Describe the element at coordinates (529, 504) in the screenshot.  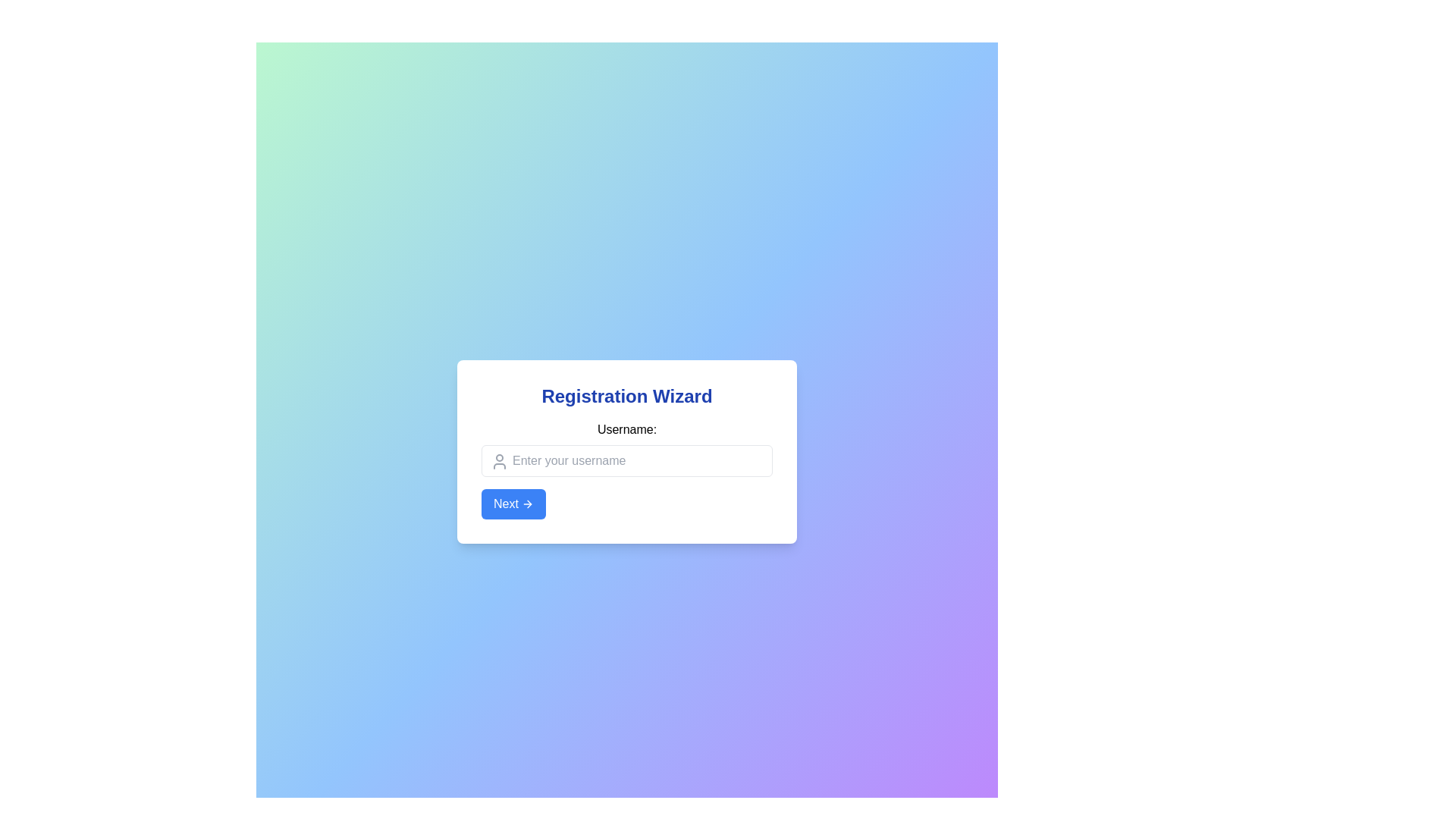
I see `the 'Next' button icon that signifies the 'Next' action, located to the right of the button's text` at that location.